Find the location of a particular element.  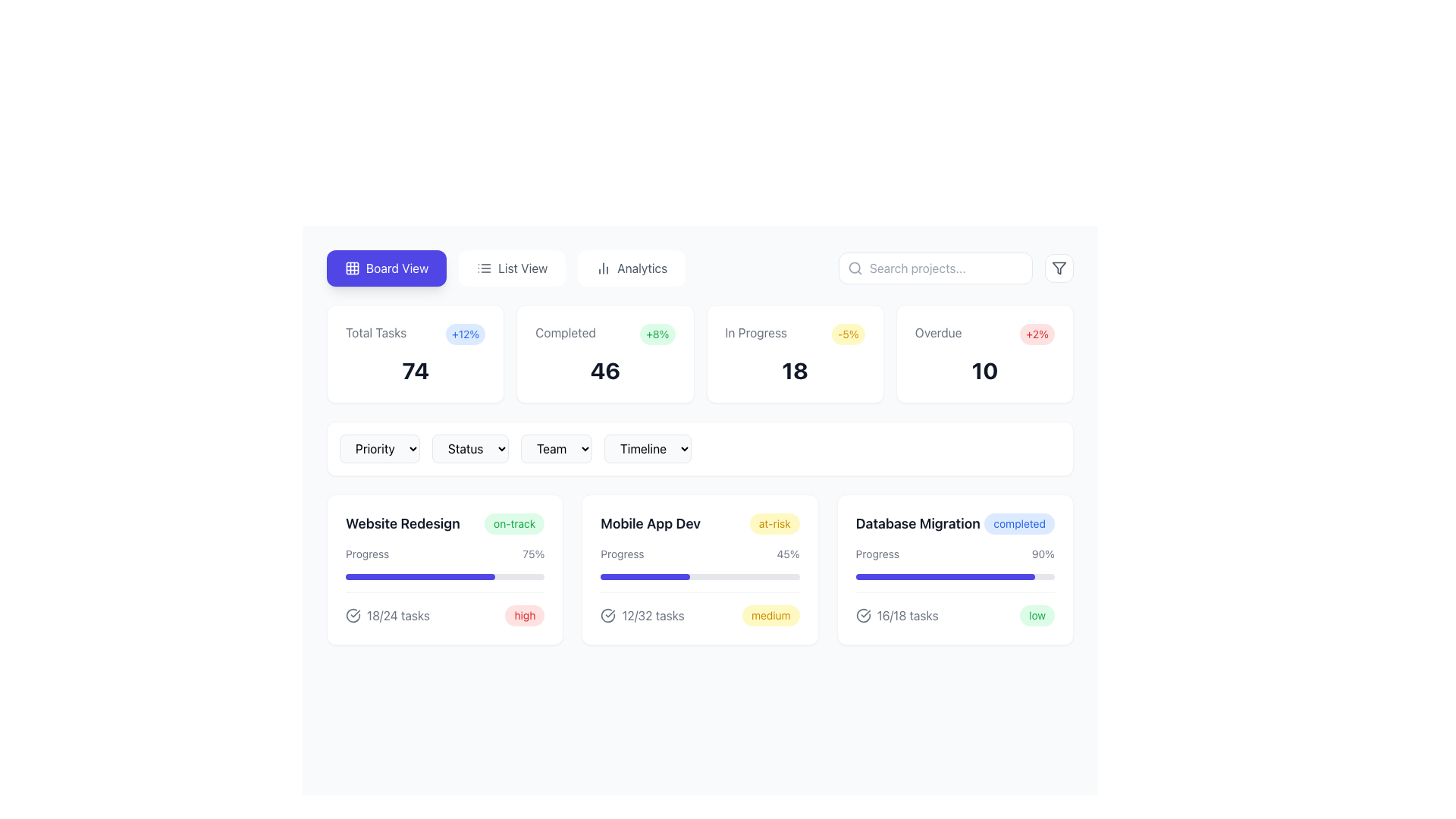

the text label that identifies the task section named 'Website Redesign', located in the task cards section to the left of the status 'on-track' is located at coordinates (403, 522).